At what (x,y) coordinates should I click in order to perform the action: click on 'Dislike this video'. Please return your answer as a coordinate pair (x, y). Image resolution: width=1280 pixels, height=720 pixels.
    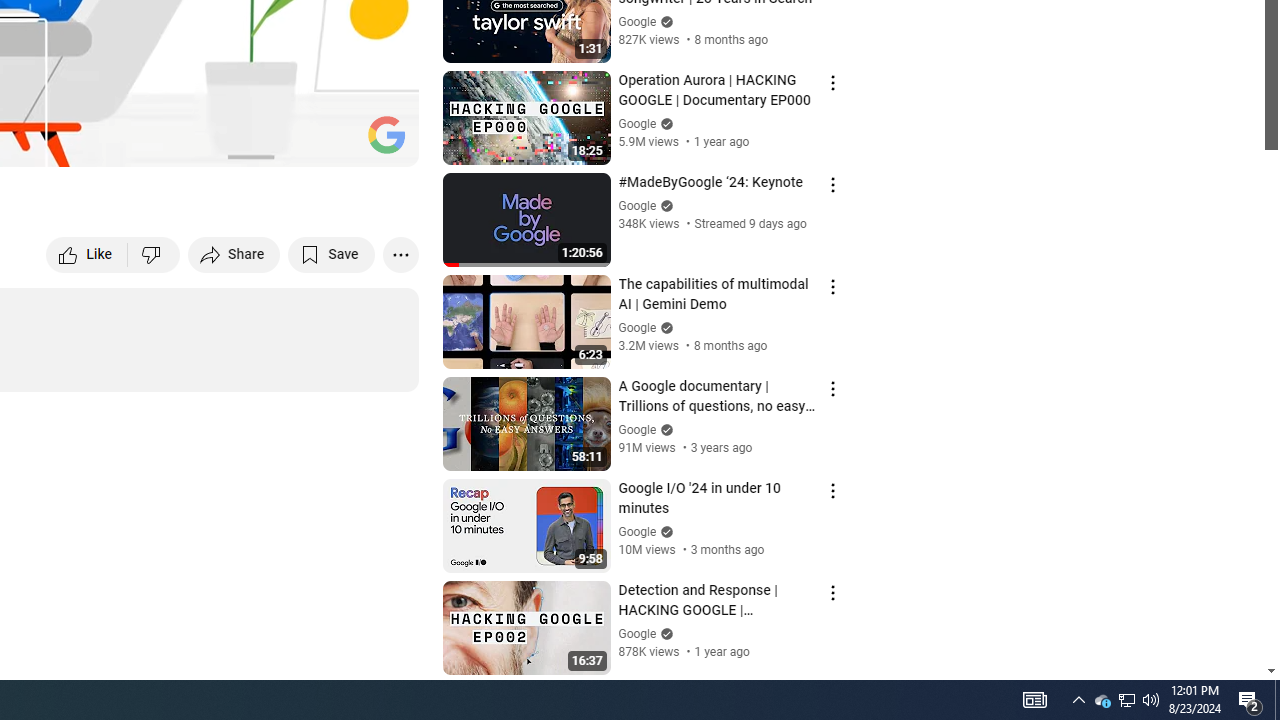
    Looking at the image, I should click on (153, 253).